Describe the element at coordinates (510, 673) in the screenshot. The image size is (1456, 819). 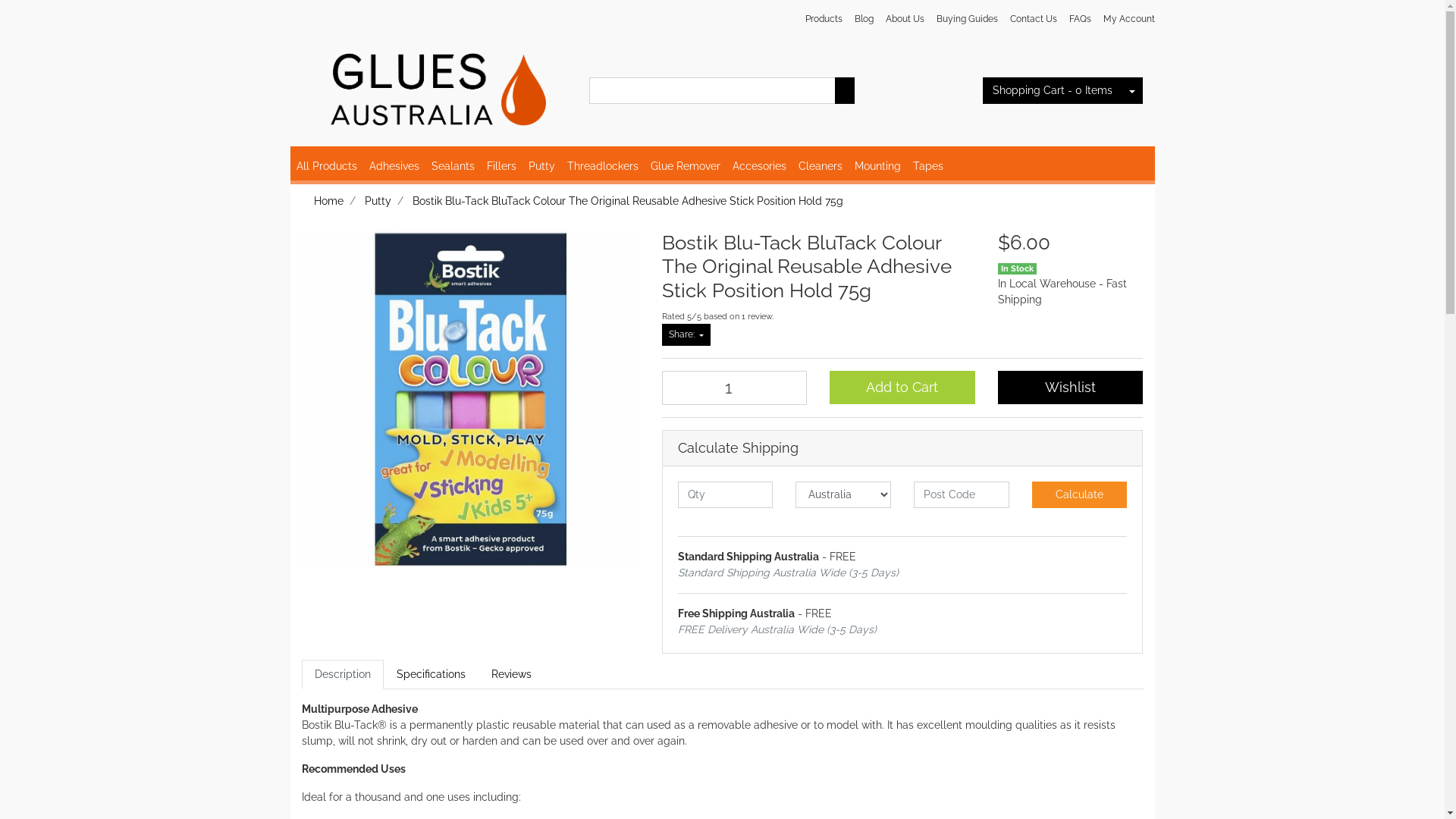
I see `'Reviews'` at that location.